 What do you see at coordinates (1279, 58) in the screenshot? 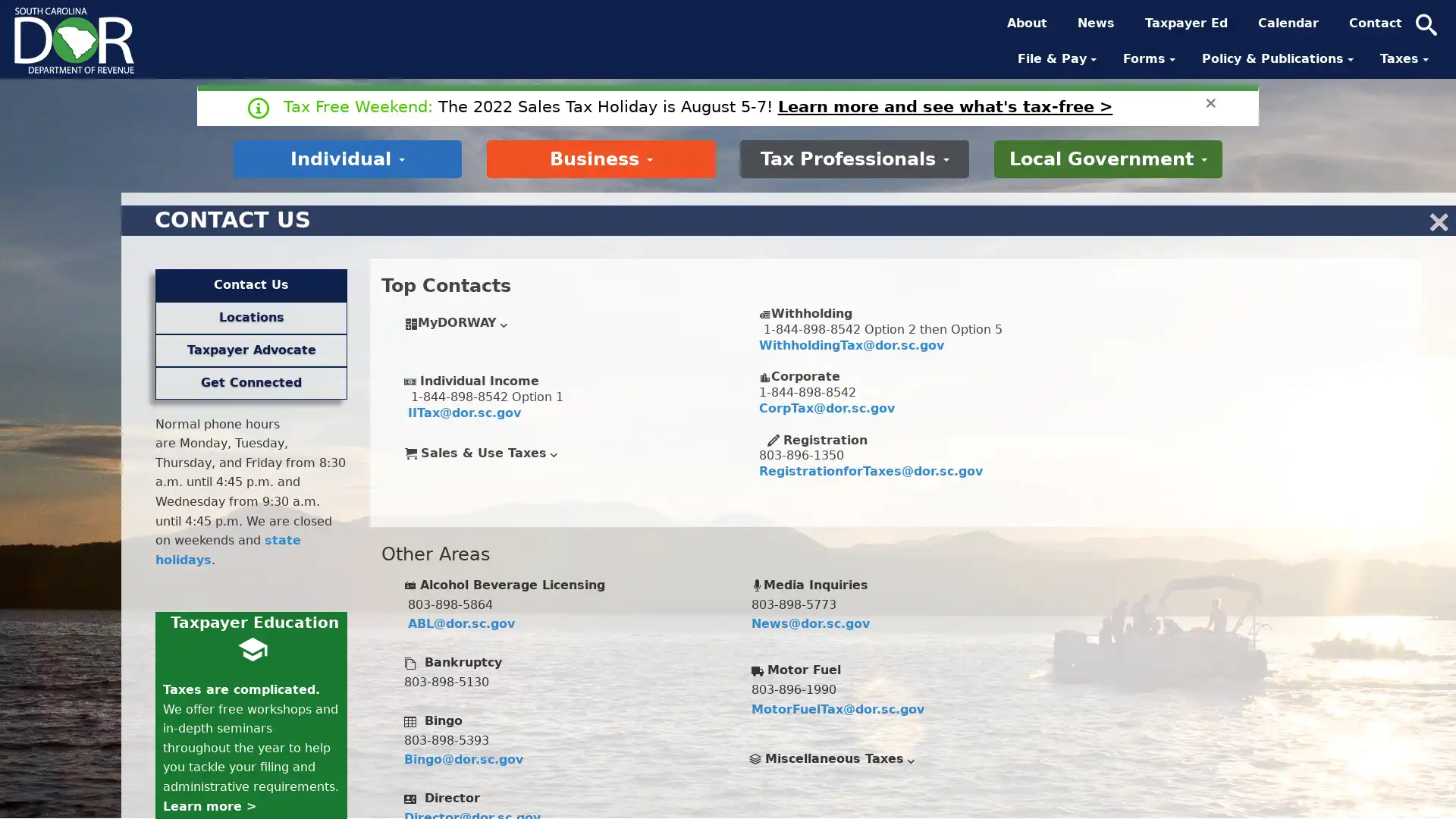
I see `Policy & Publications` at bounding box center [1279, 58].